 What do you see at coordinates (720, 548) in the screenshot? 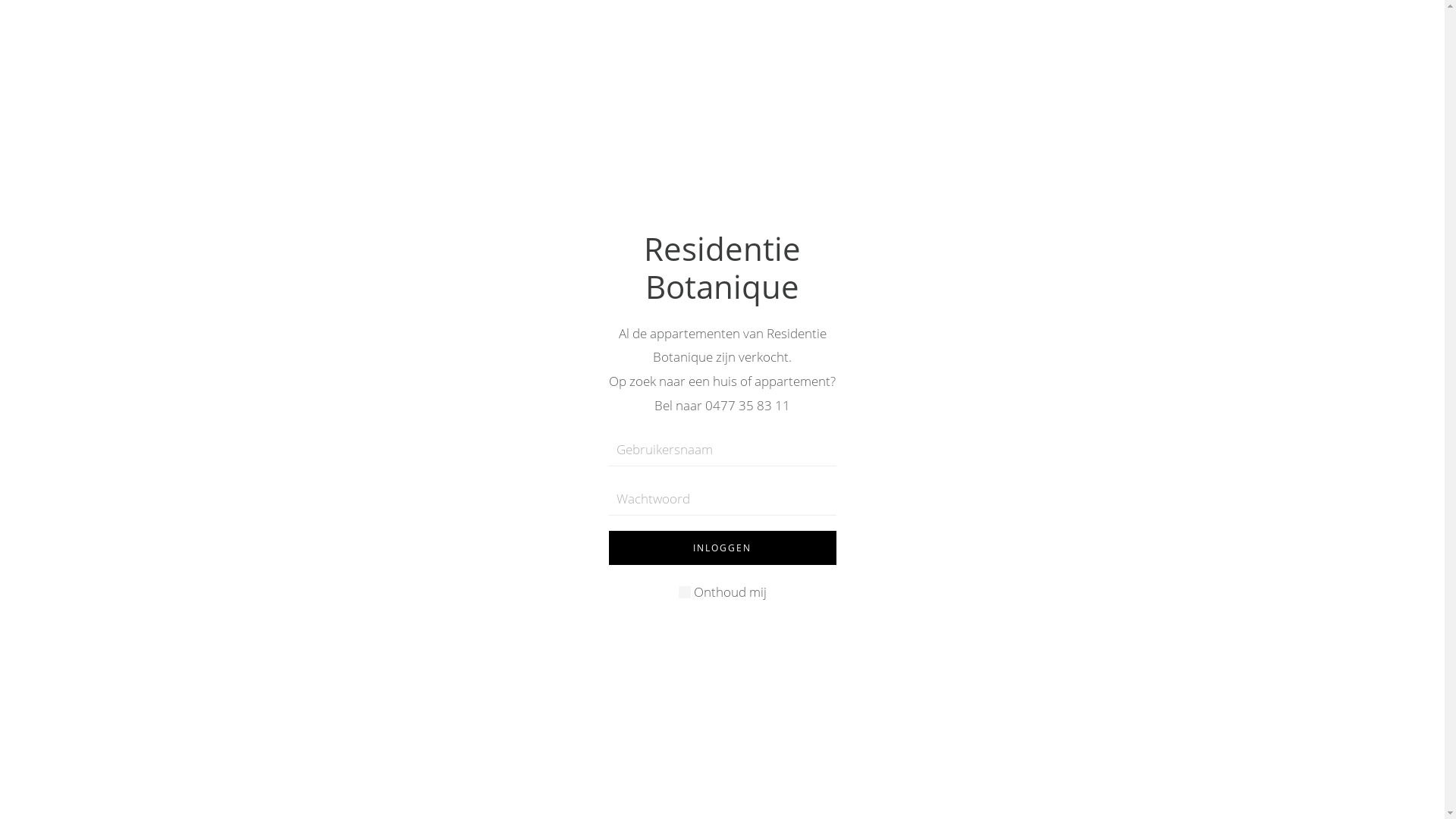
I see `'INLOGGEN'` at bounding box center [720, 548].